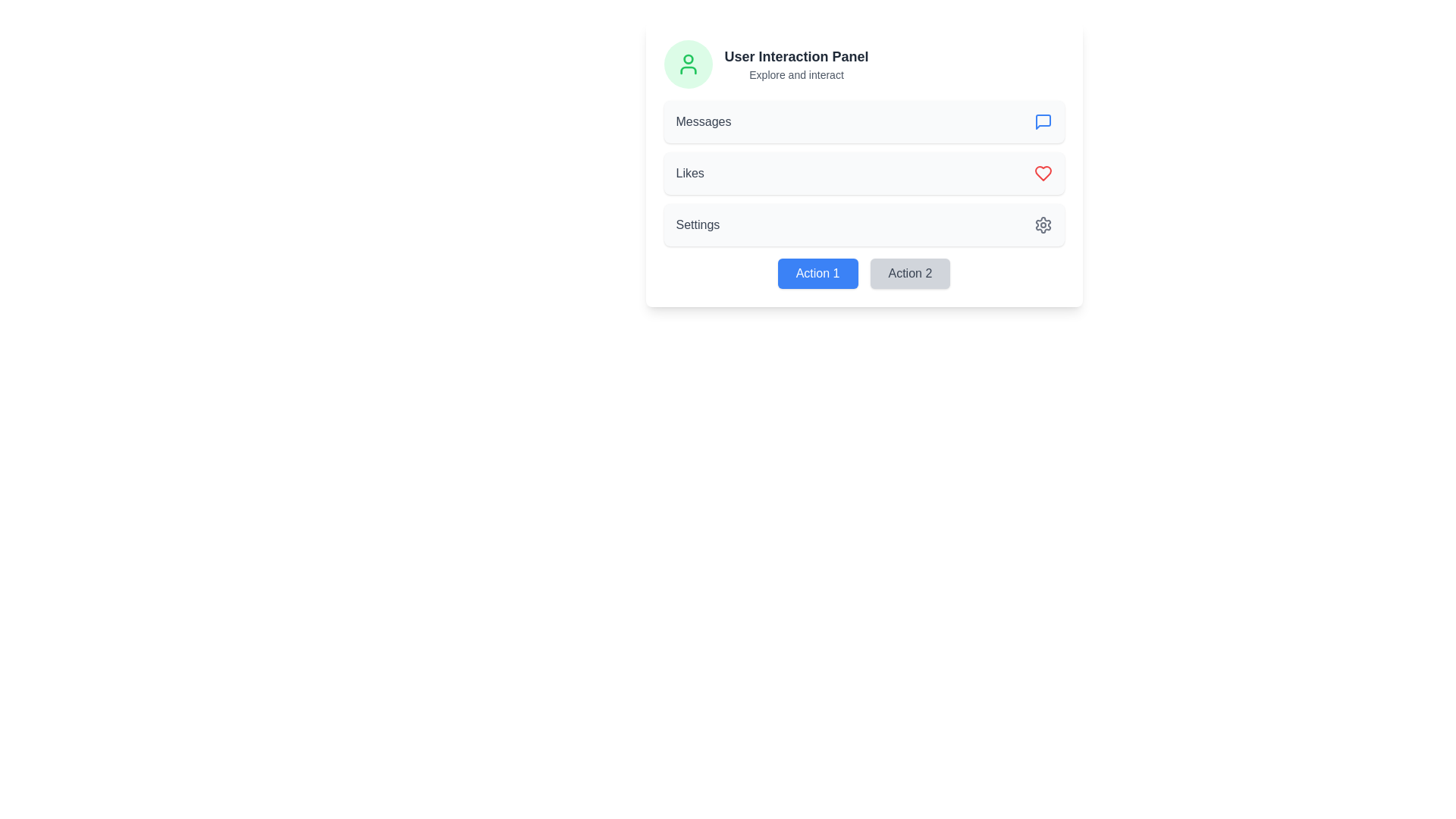 The image size is (1456, 819). Describe the element at coordinates (702, 121) in the screenshot. I see `the 'Messages' text label which indicates the messages section in the user interface, positioned above the 'Likes' and 'Settings' options` at that location.